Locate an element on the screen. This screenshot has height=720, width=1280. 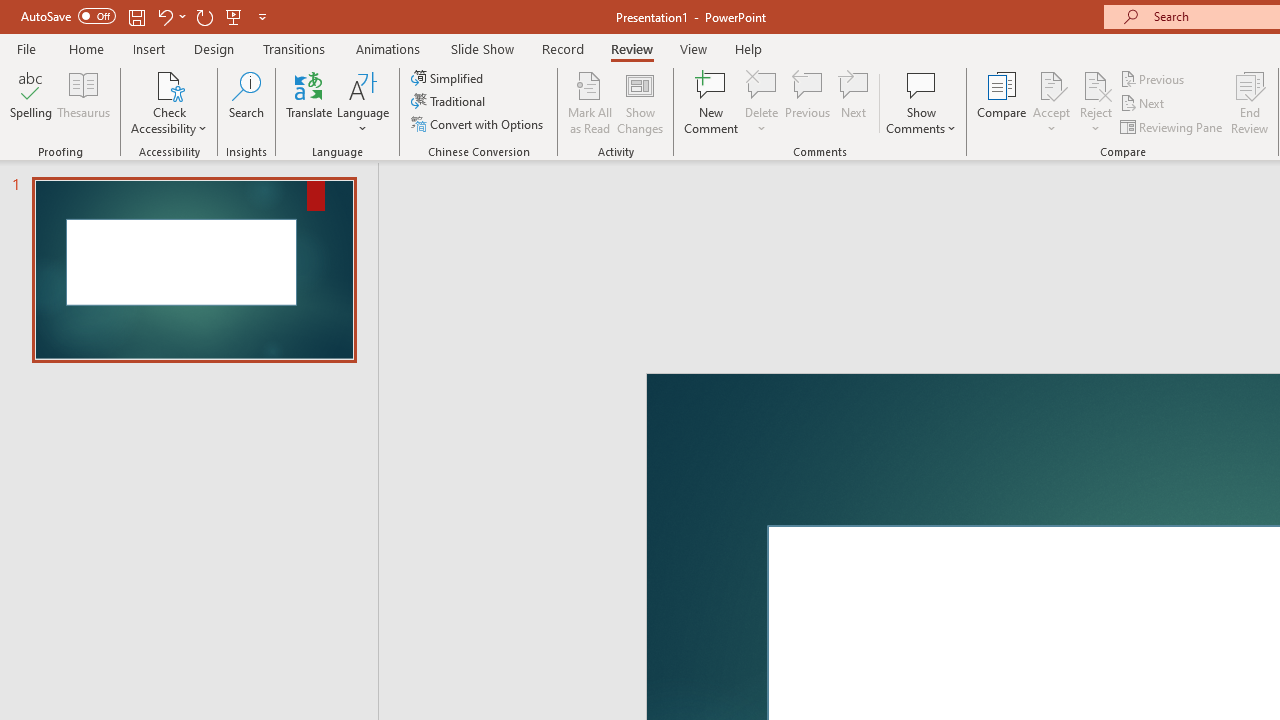
'Previous' is located at coordinates (1153, 78).